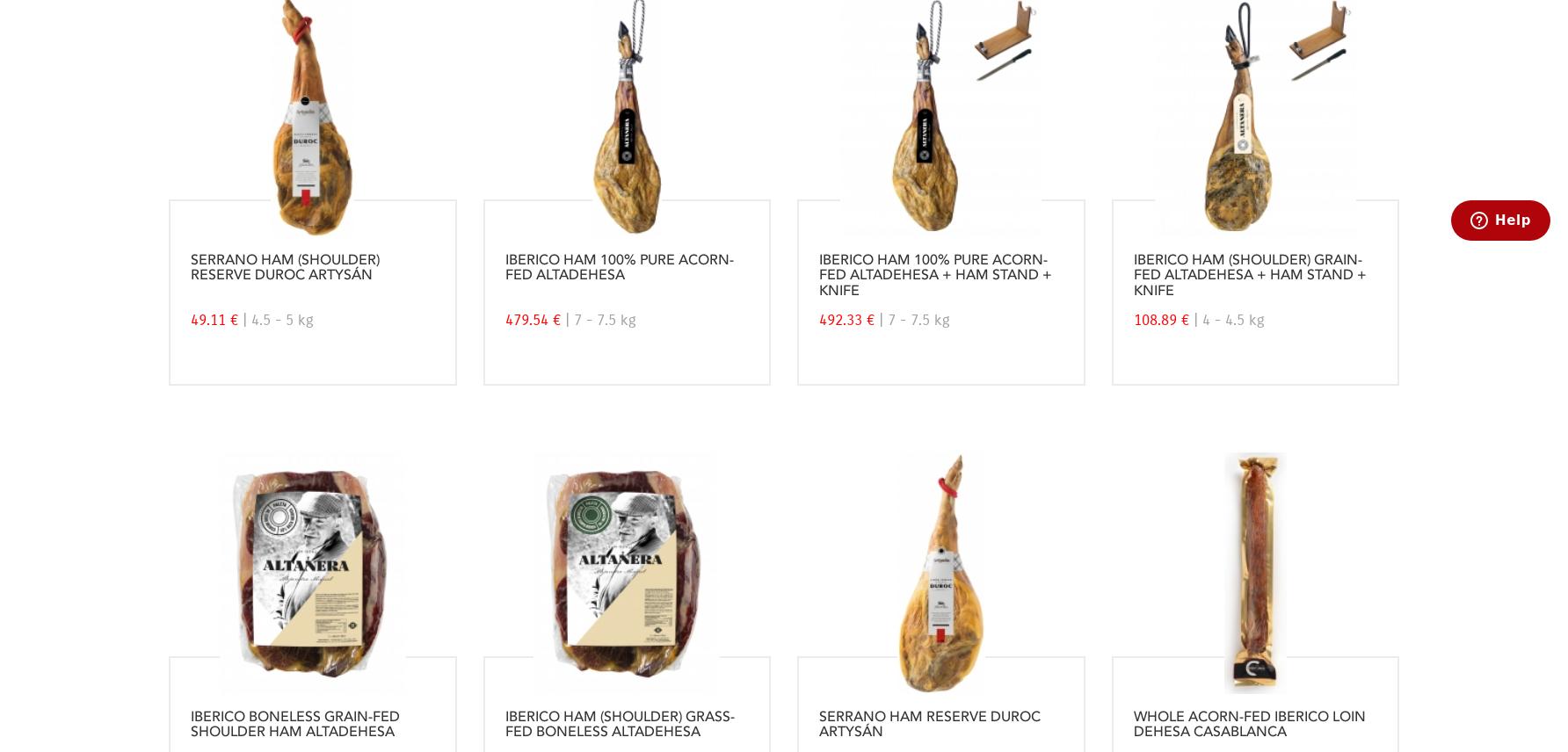 The width and height of the screenshot is (1568, 752). I want to click on 'Iberico boneless grain-fed shoulder ham Altadehesa', so click(294, 724).